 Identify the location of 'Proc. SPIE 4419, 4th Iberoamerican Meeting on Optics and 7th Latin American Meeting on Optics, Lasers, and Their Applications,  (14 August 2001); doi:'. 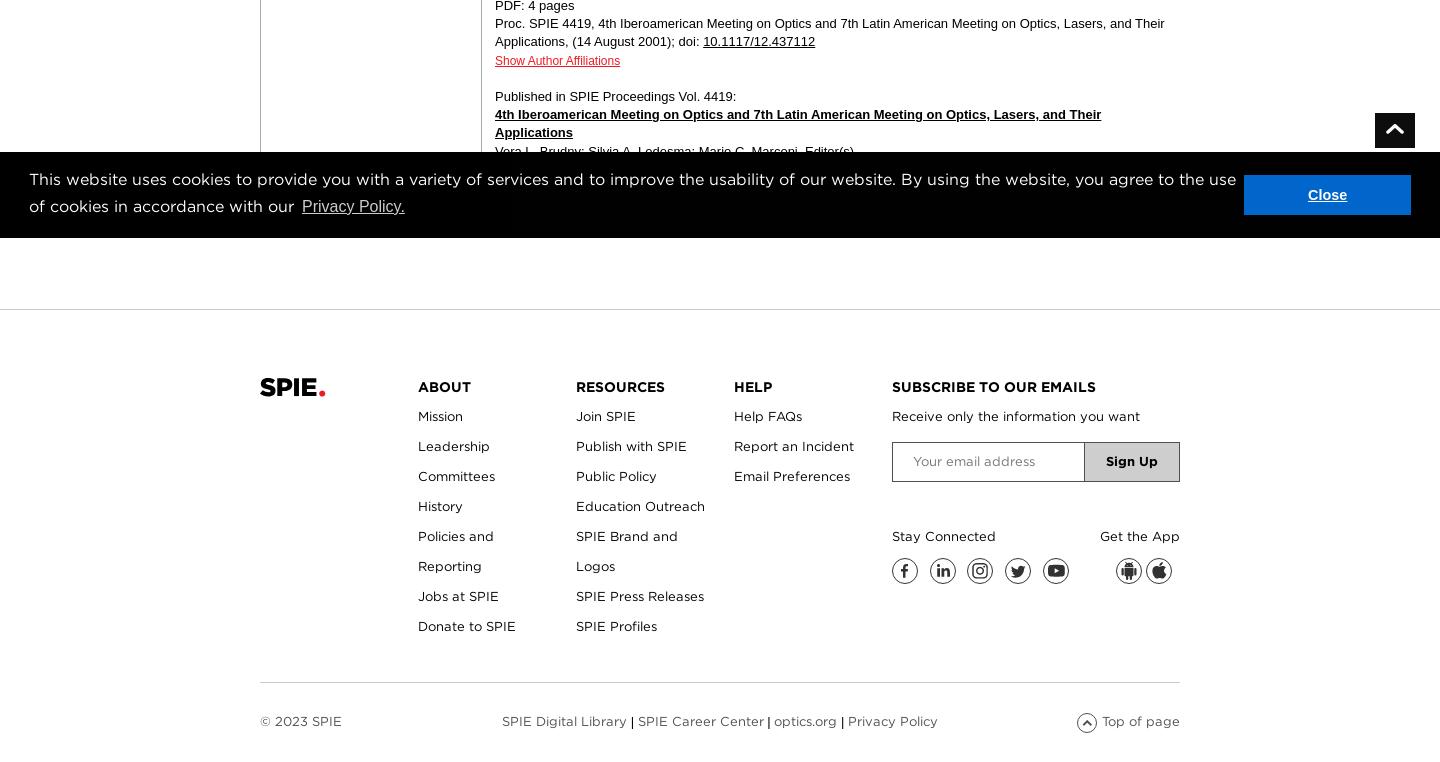
(494, 31).